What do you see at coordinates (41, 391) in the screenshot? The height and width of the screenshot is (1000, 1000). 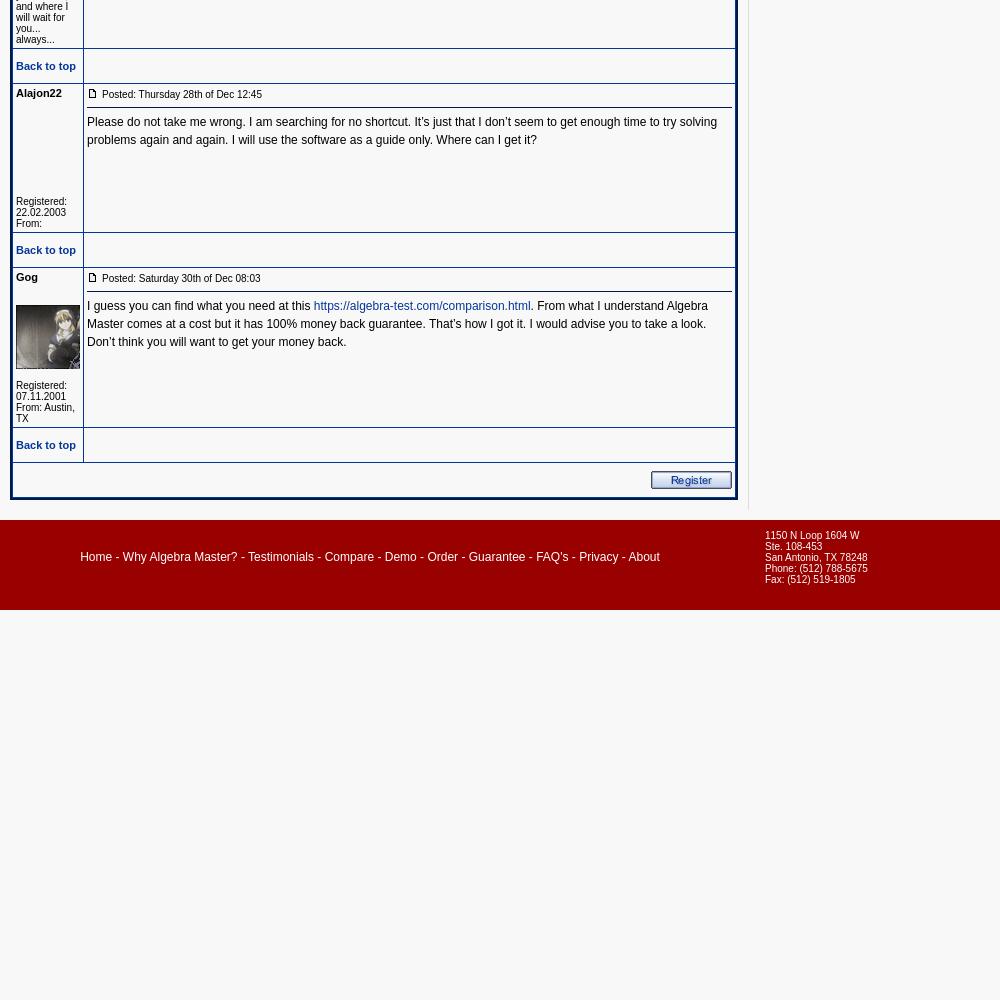 I see `'Registered: 07.11.2001'` at bounding box center [41, 391].